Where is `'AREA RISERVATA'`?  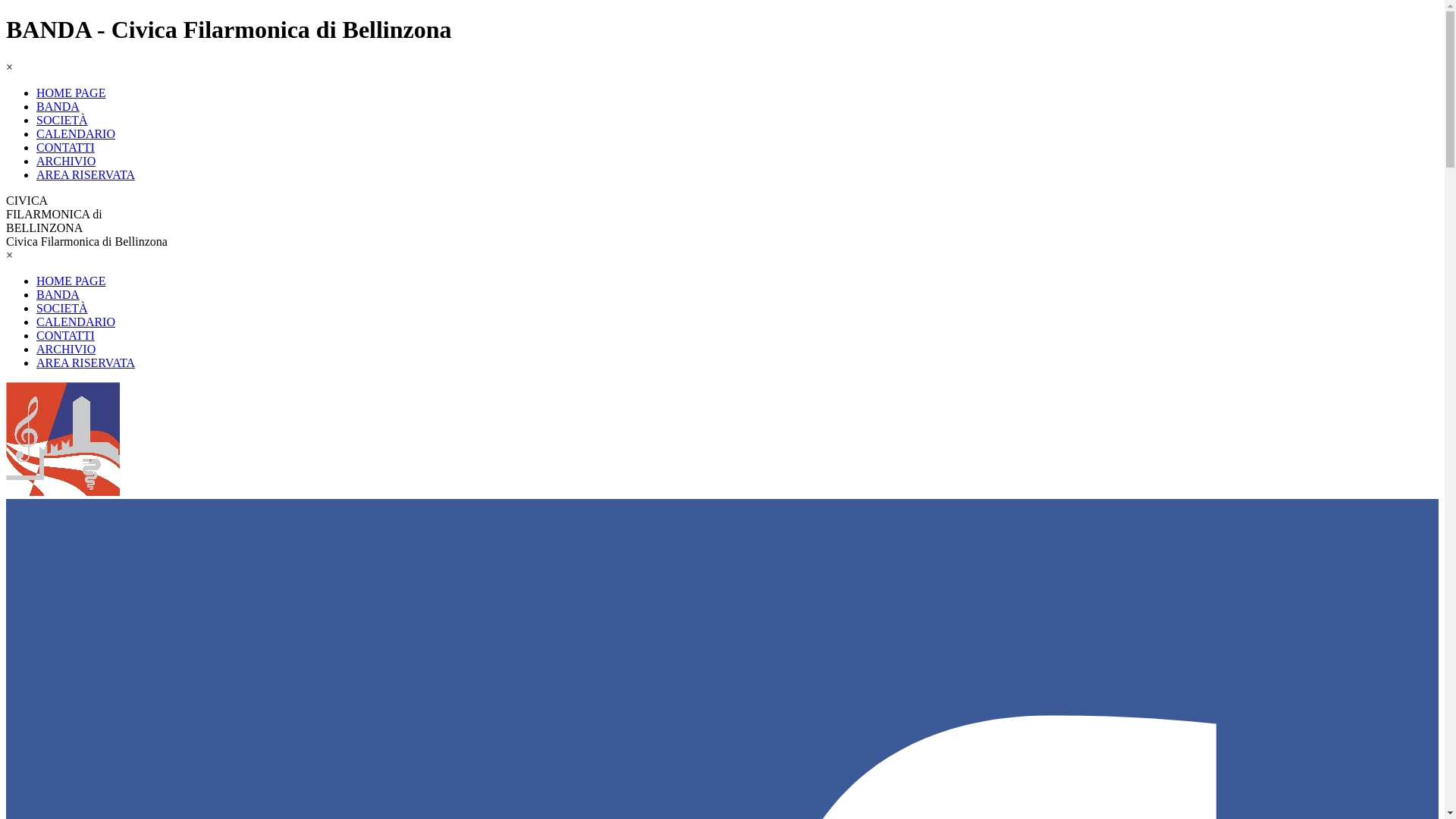
'AREA RISERVATA' is located at coordinates (36, 362).